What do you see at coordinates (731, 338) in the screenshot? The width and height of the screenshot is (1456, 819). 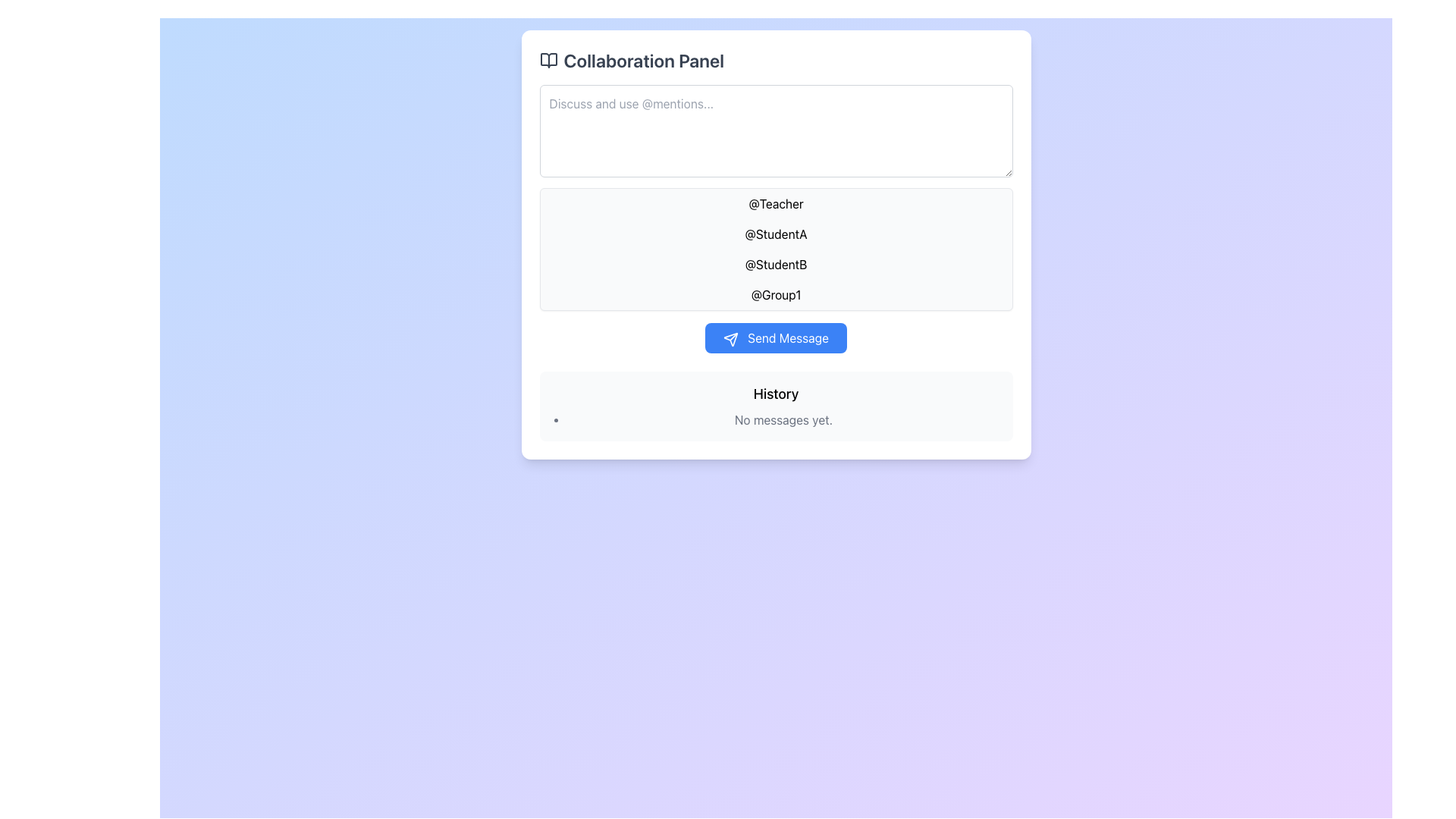 I see `the triangular icon with a blue stroke, which resembles an arrow tip, located within the 'Send Message' button at the bottom of the collaboration panel` at bounding box center [731, 338].